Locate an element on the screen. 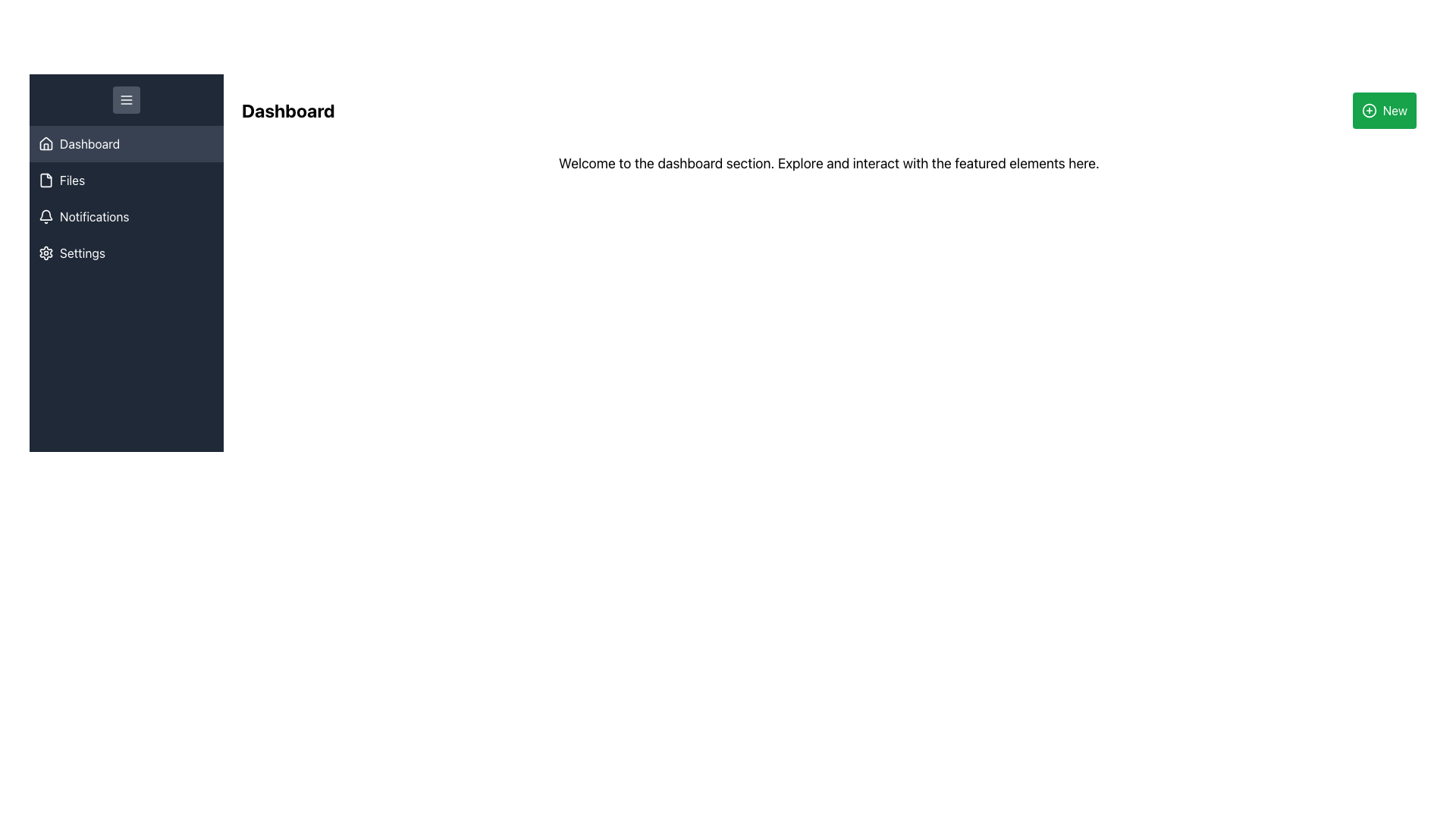 This screenshot has height=819, width=1456. the notification alert icon located is located at coordinates (46, 214).